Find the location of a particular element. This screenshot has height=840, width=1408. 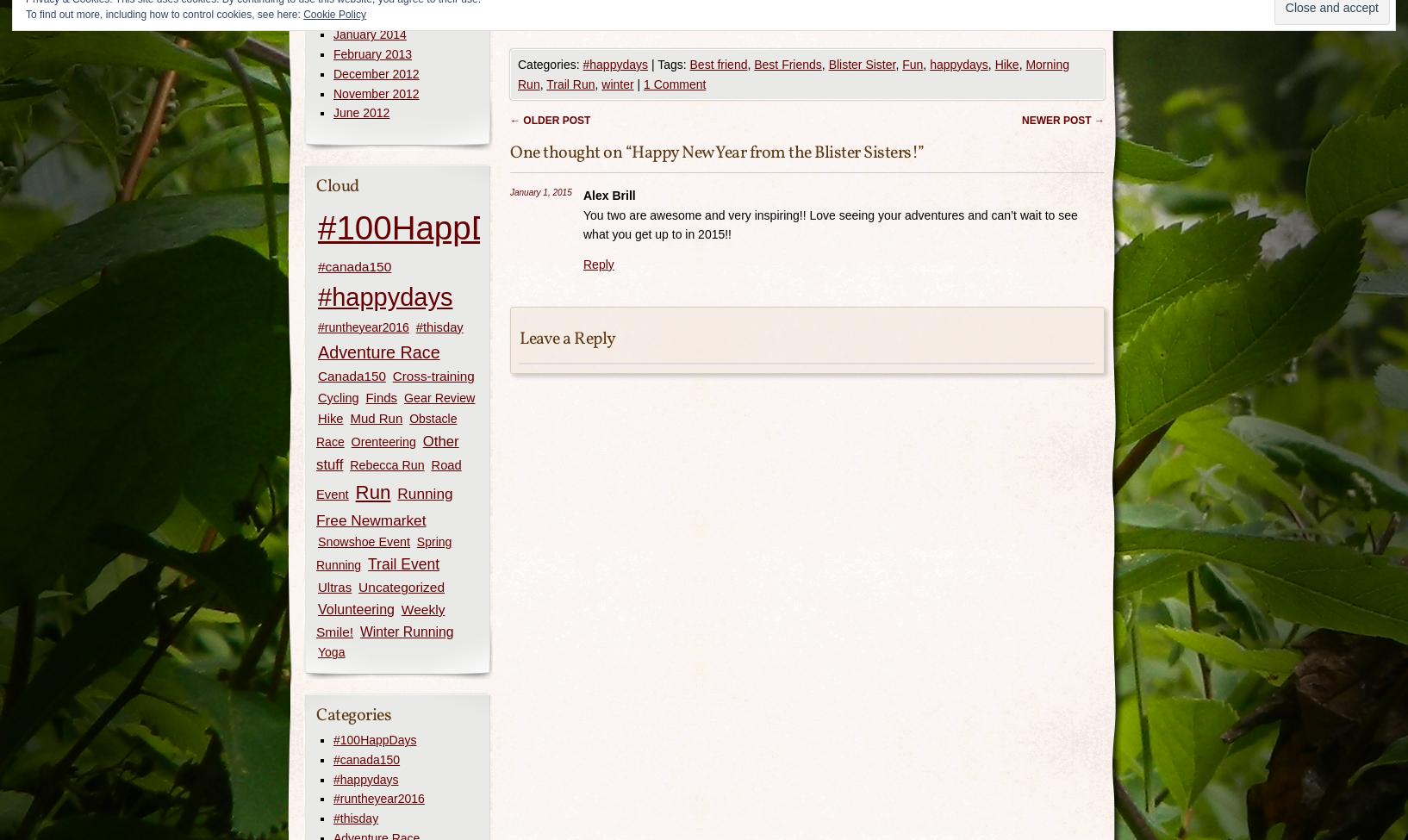

'Alex Brill' is located at coordinates (608, 195).